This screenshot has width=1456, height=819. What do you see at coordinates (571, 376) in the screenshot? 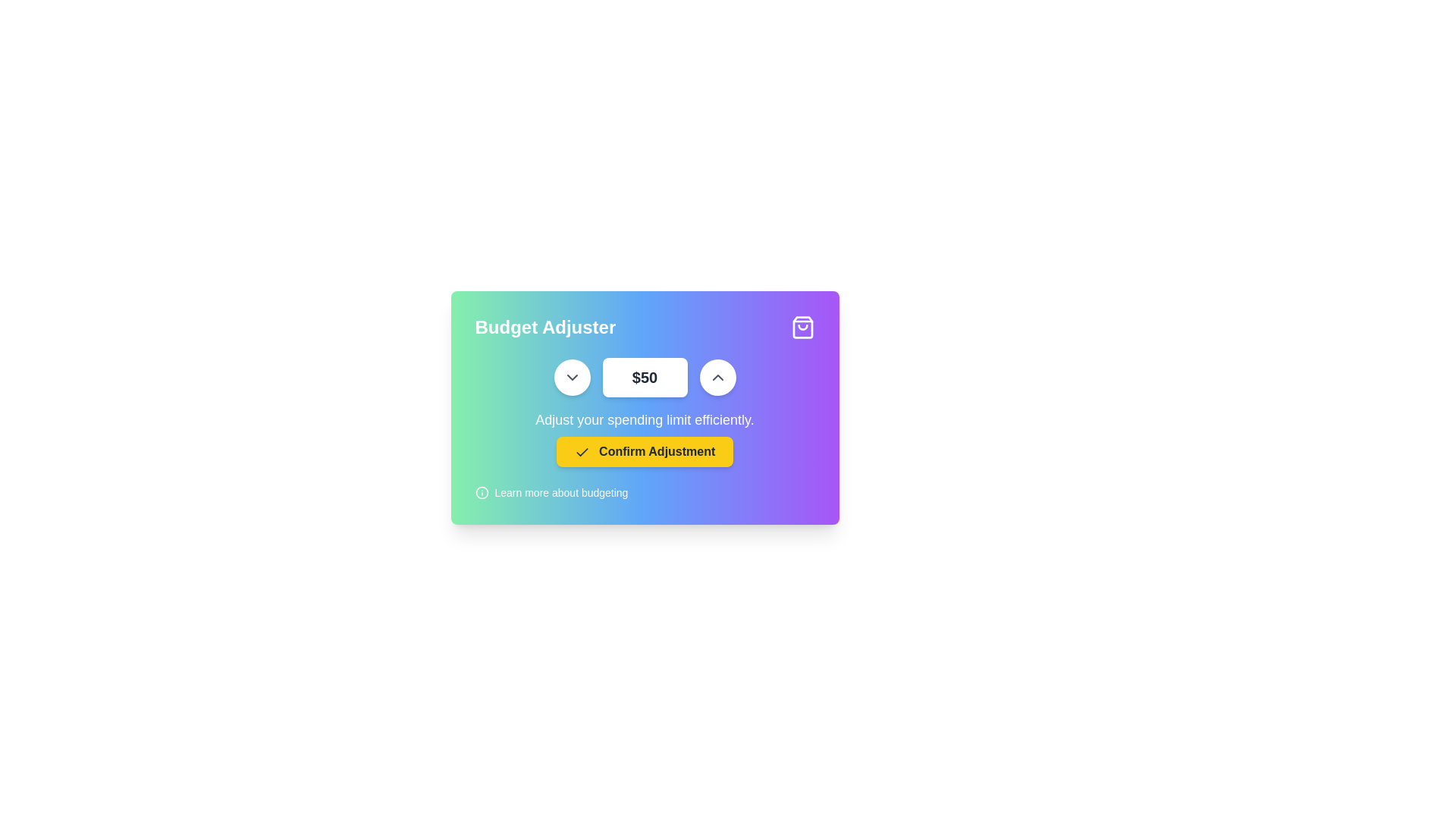
I see `the chevron icon within the circular button located at the top-right area of the 'Budget Adjuster' card` at bounding box center [571, 376].